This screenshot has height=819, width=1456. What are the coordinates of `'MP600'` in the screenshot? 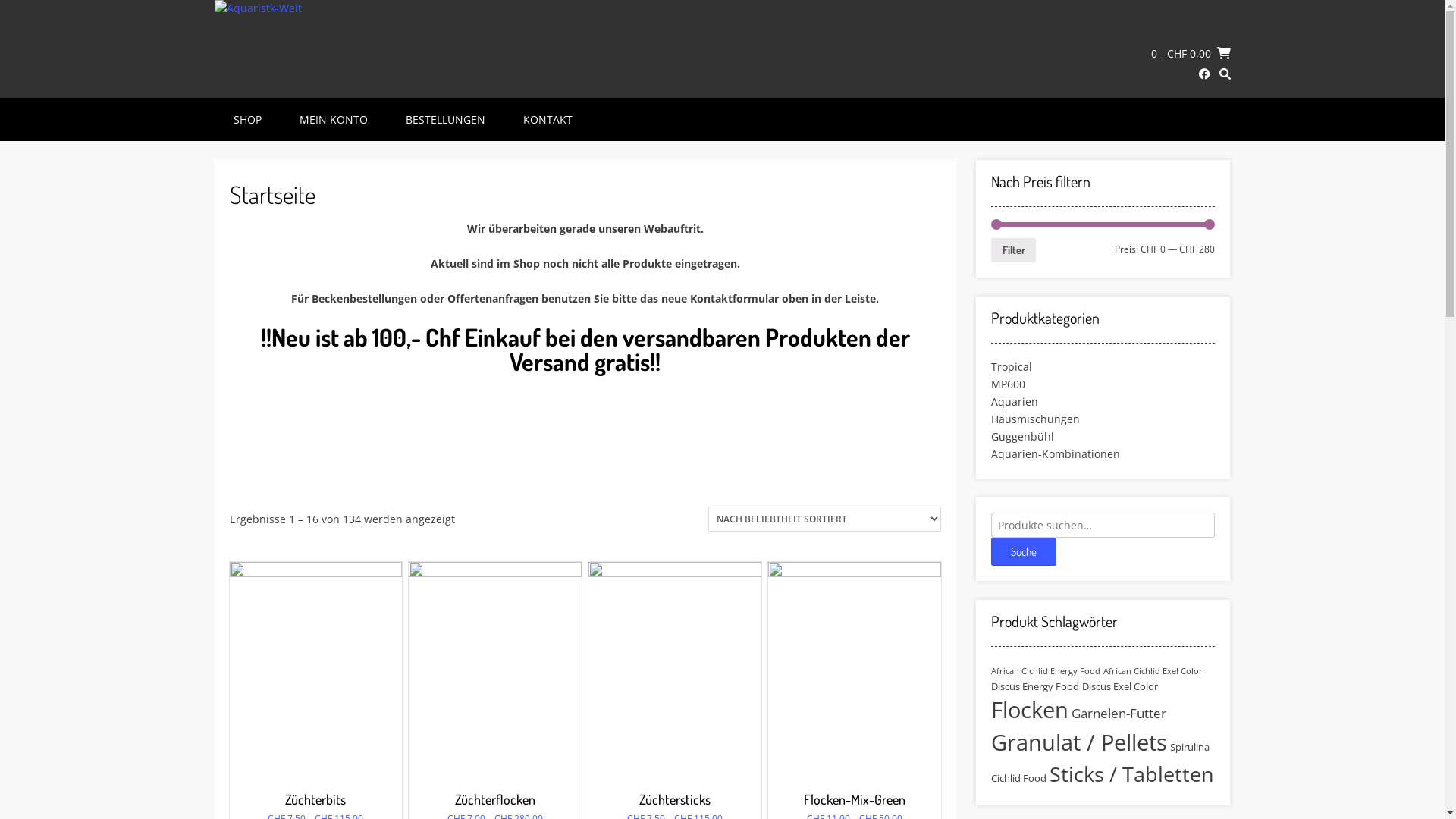 It's located at (1008, 382).